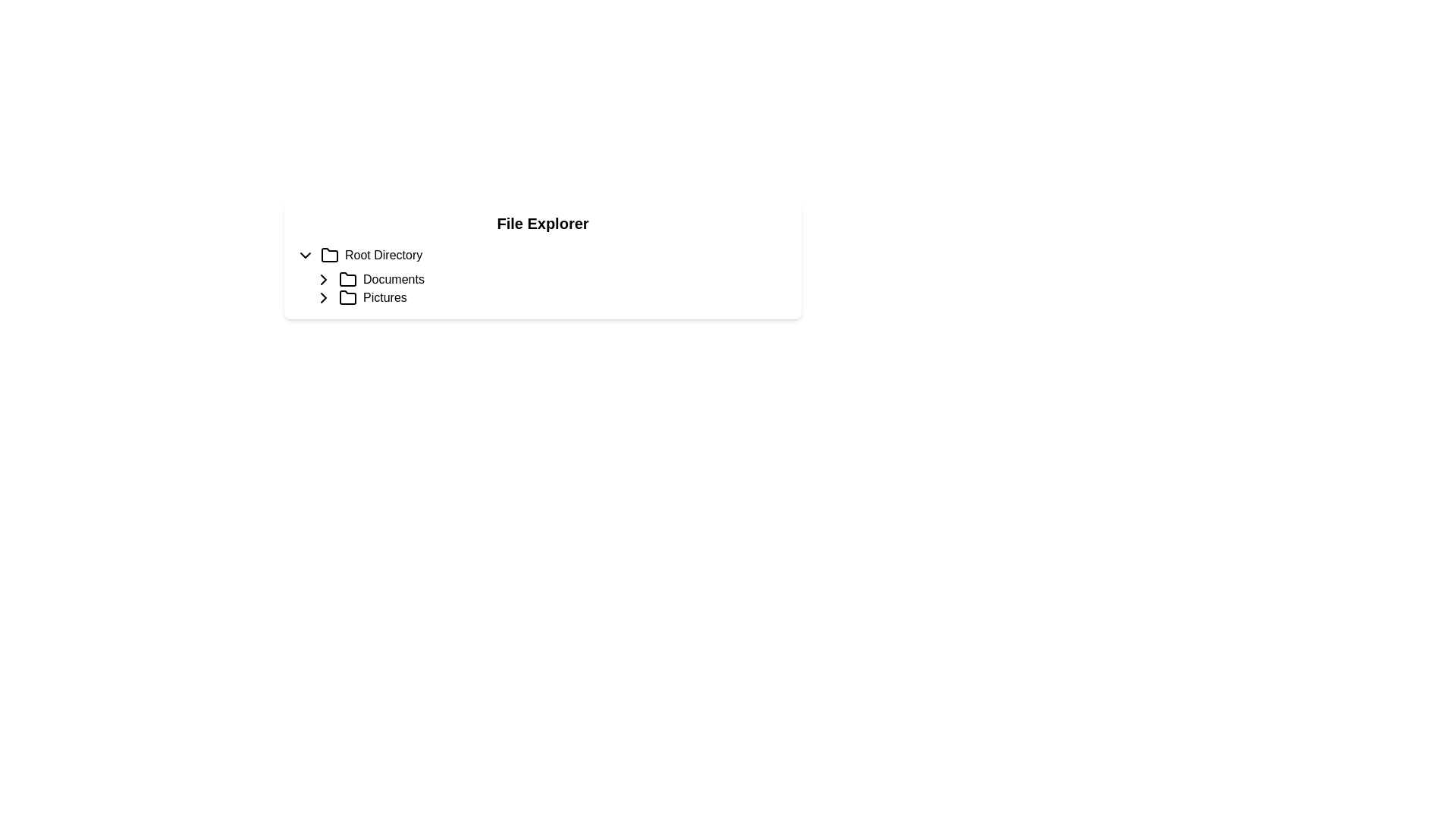 Image resolution: width=1456 pixels, height=819 pixels. What do you see at coordinates (323, 298) in the screenshot?
I see `the right-facing chevron icon located near the 'Documents' label under the 'Root Directory' section` at bounding box center [323, 298].